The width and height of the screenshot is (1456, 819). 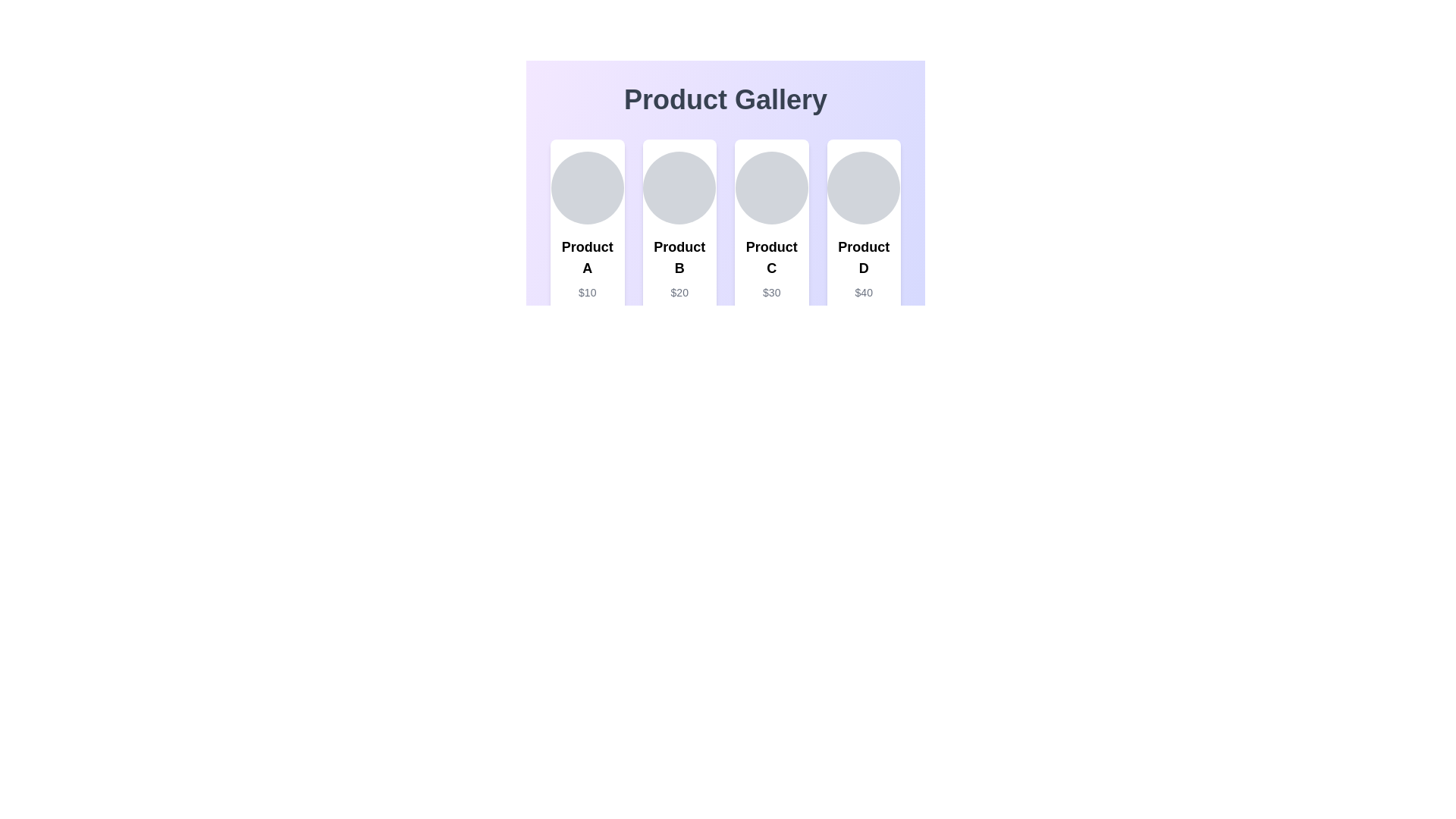 What do you see at coordinates (864, 256) in the screenshot?
I see `text from the bold label displaying 'Product D', which is positioned in the product card layout above the price information` at bounding box center [864, 256].